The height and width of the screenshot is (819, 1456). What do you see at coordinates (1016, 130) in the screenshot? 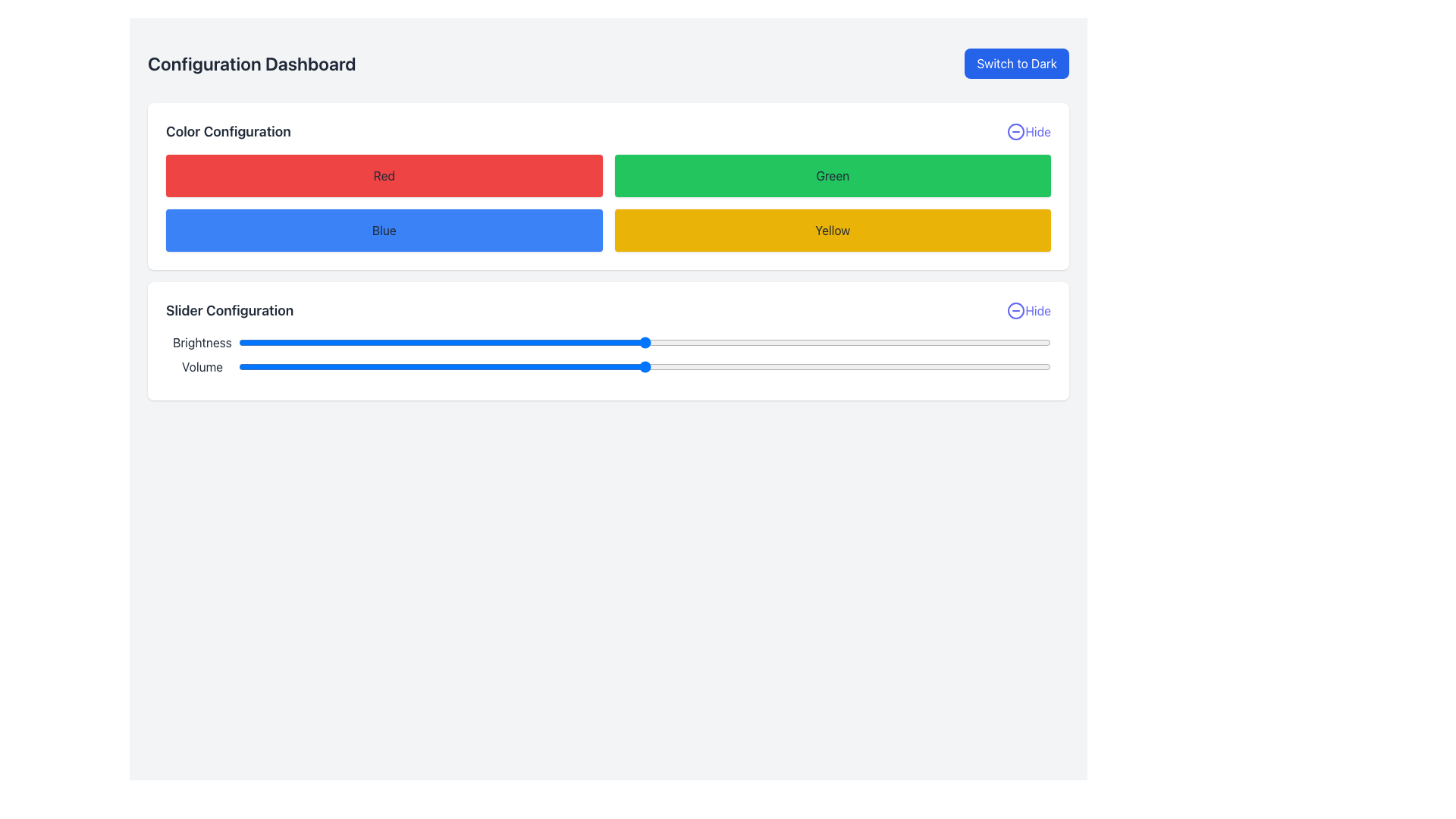
I see `the circular minus icon located to the left of the 'Hide' text in the 'Hide' button group within the 'Color Configuration' section` at bounding box center [1016, 130].